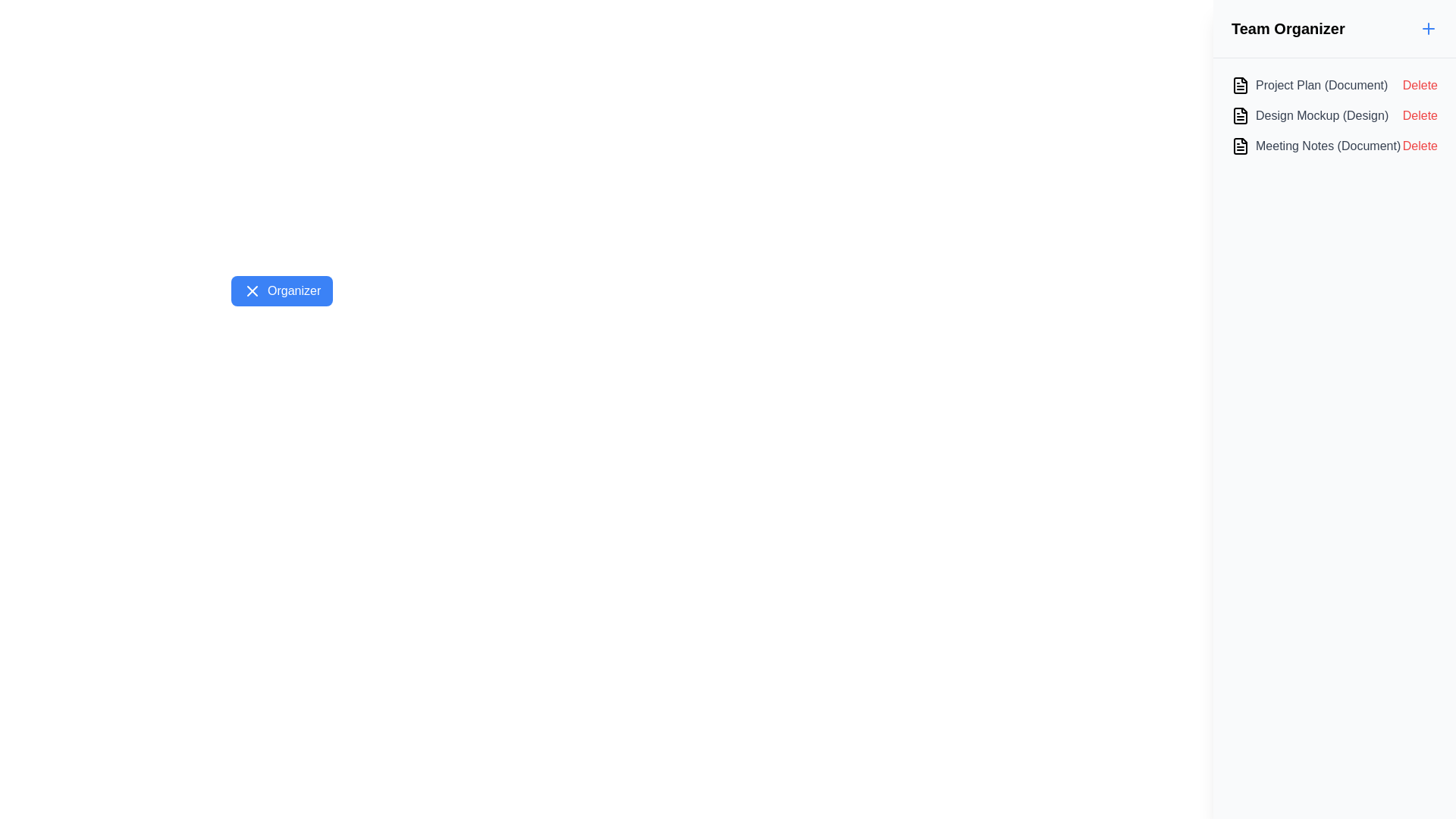 Image resolution: width=1456 pixels, height=819 pixels. What do you see at coordinates (1321, 85) in the screenshot?
I see `the text label providing information about the 'Project Plan (Document)' located in the 'Team Organizer' section, positioned between a document icon and a 'Delete' button` at bounding box center [1321, 85].